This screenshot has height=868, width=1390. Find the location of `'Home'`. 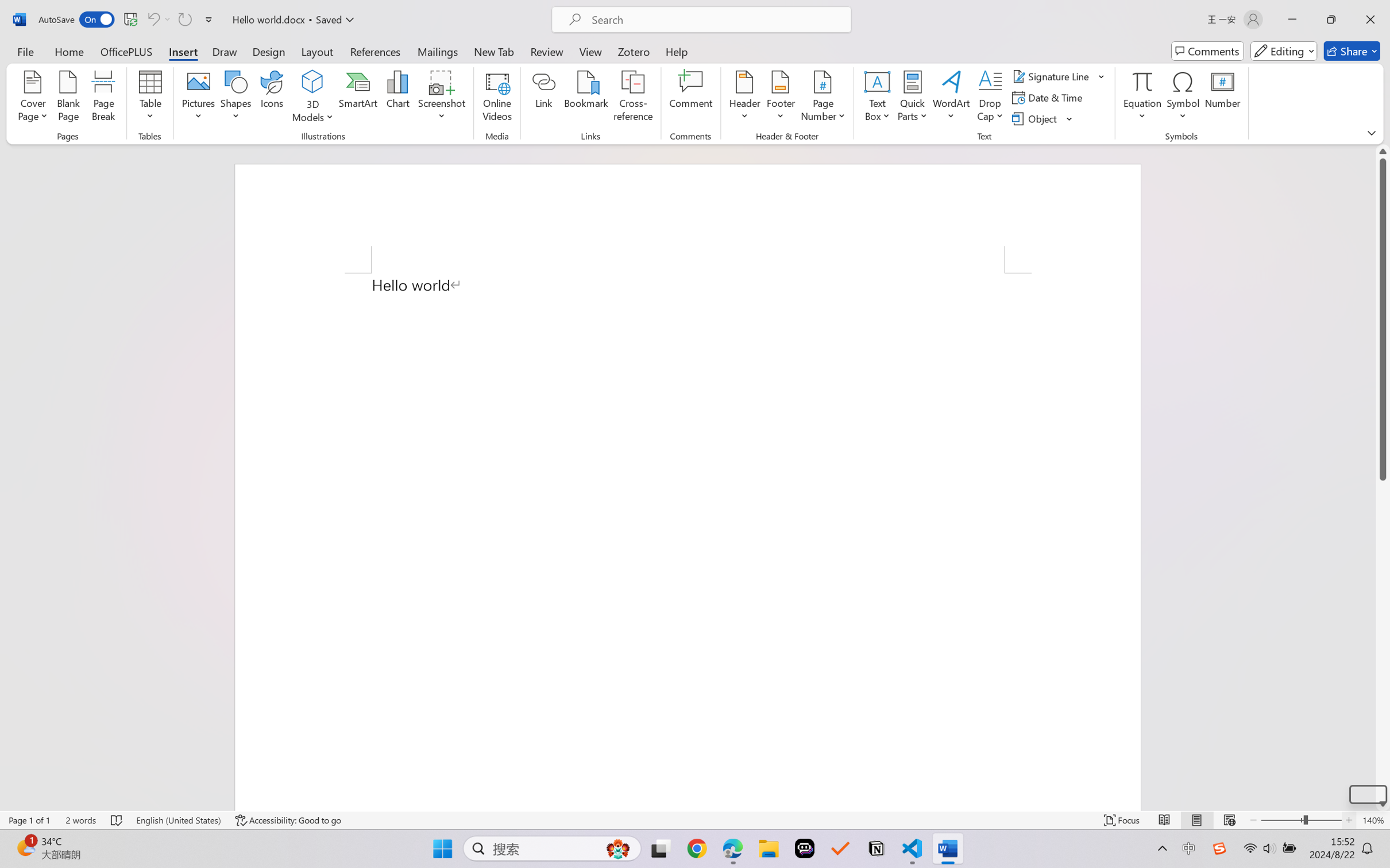

'Home' is located at coordinates (69, 51).